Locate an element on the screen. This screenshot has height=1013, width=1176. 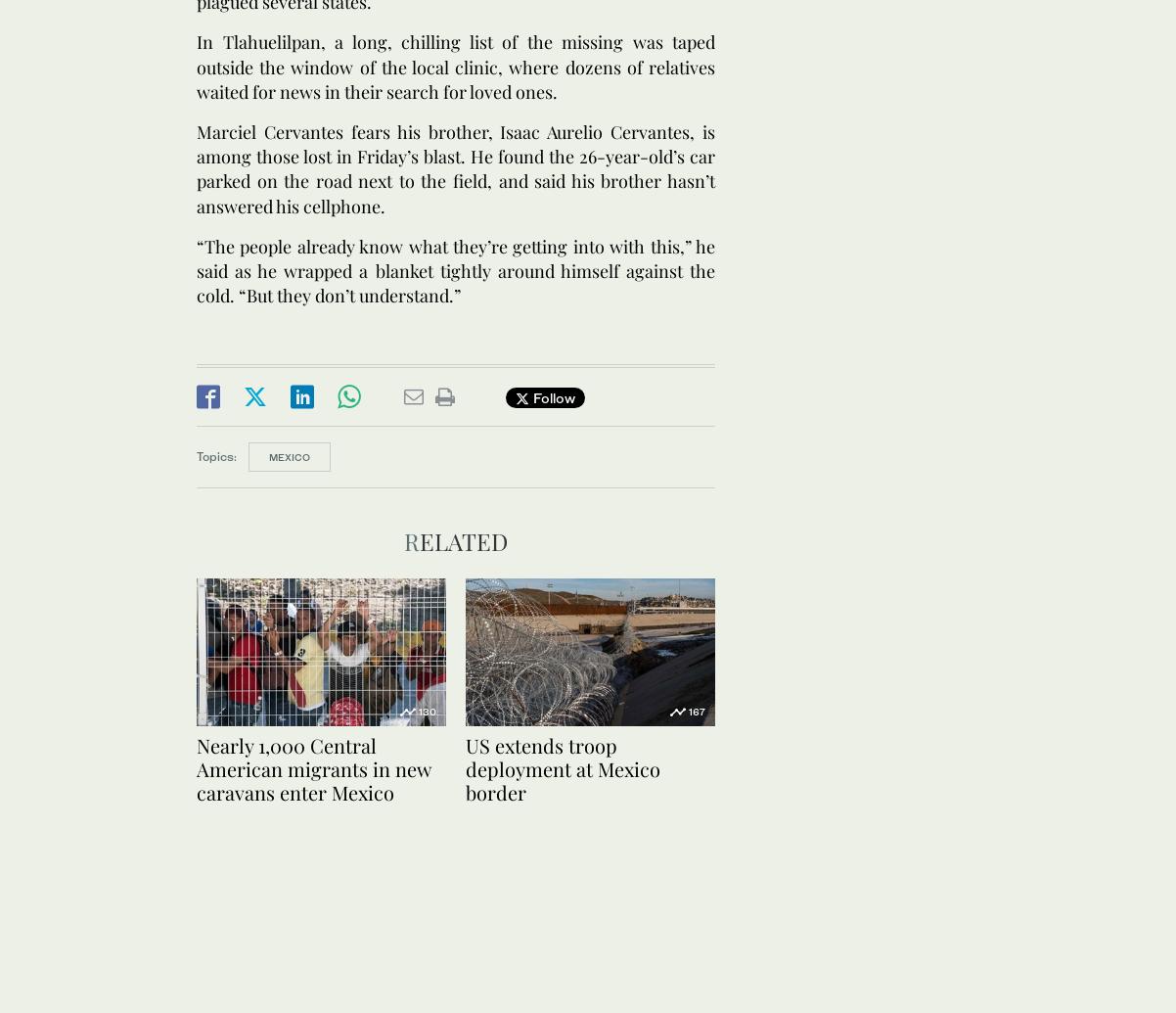
'Follow' is located at coordinates (551, 396).